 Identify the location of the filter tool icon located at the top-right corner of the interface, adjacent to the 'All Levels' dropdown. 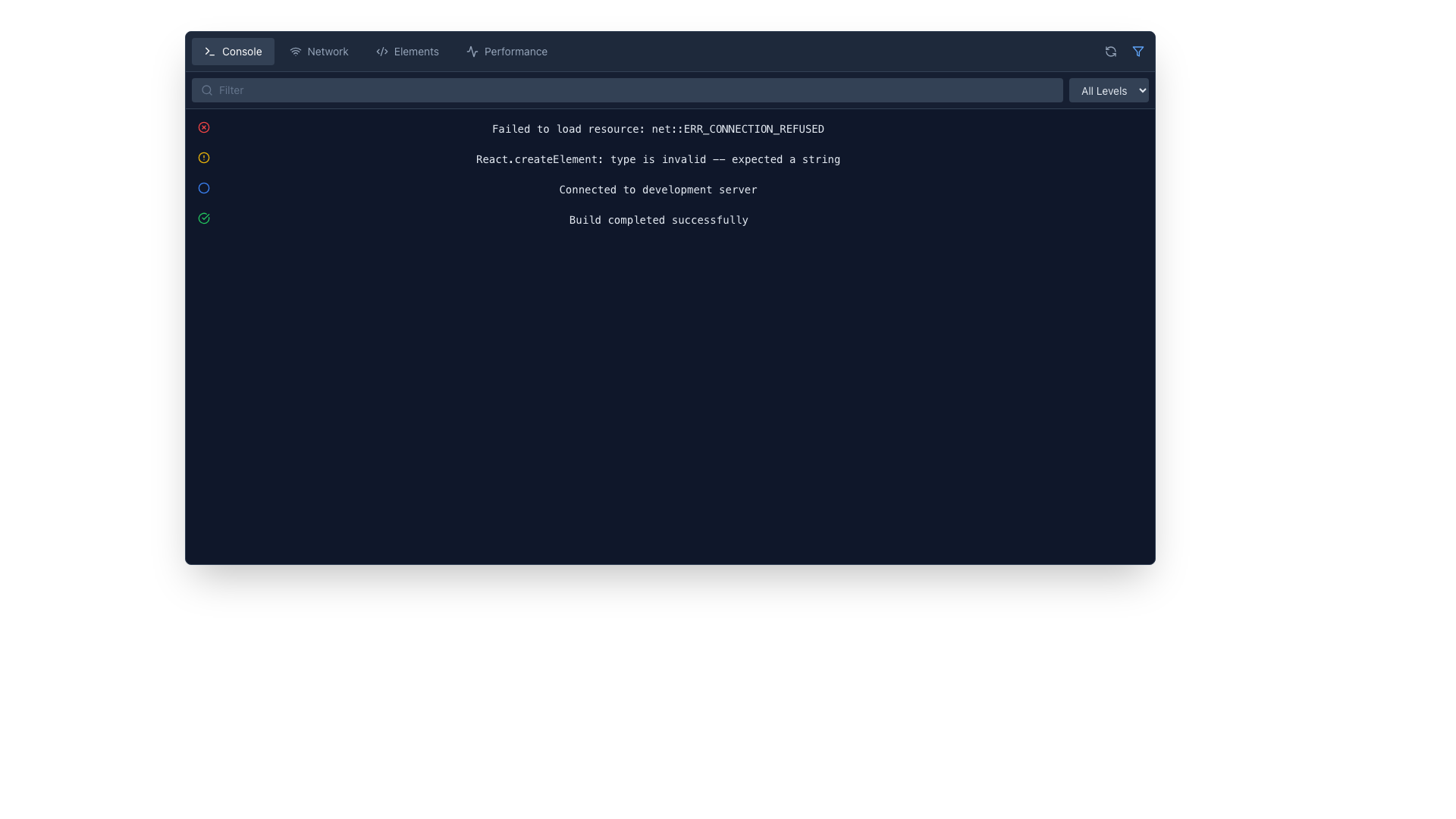
(1138, 51).